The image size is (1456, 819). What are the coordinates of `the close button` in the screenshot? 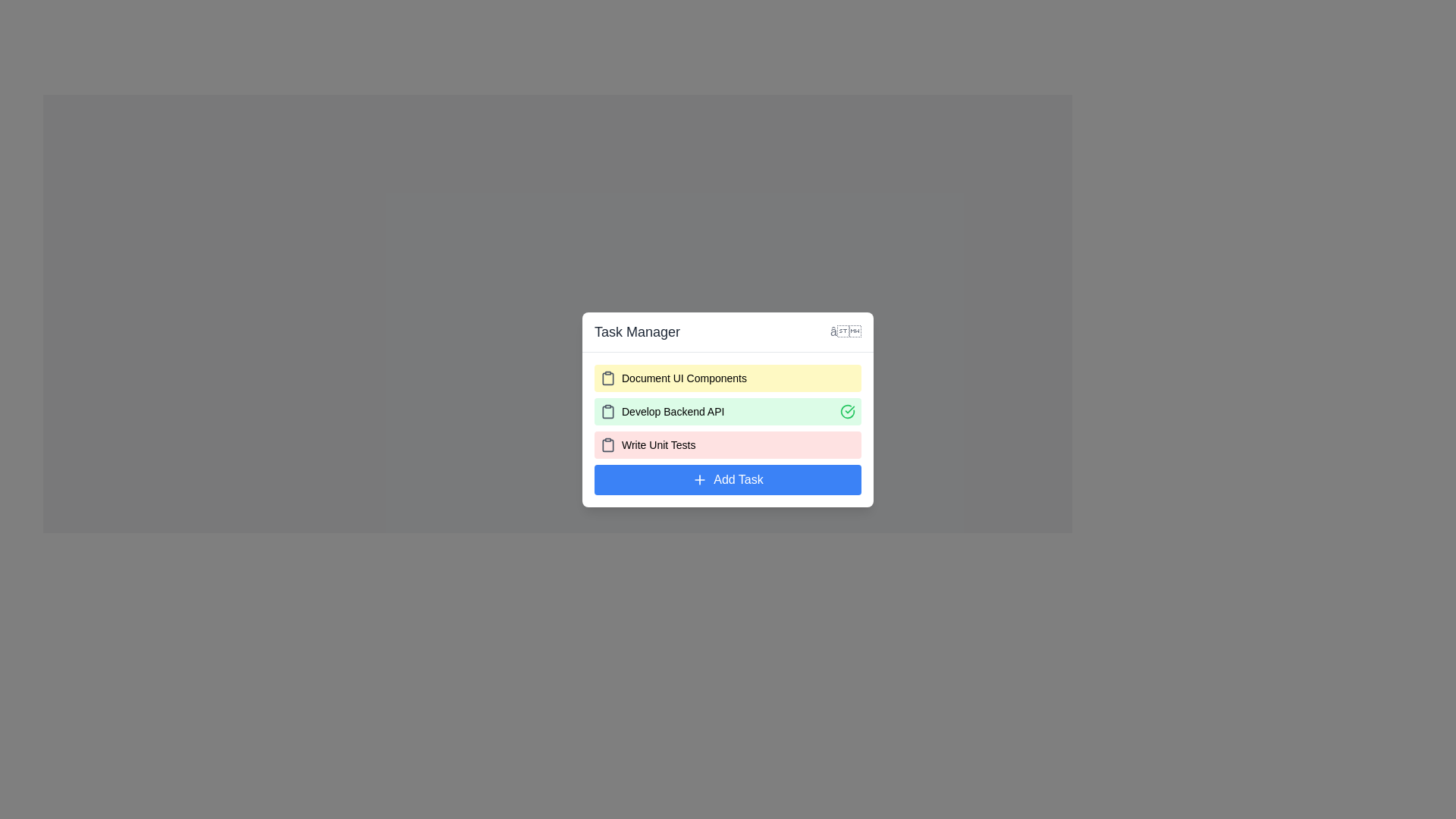 It's located at (845, 331).